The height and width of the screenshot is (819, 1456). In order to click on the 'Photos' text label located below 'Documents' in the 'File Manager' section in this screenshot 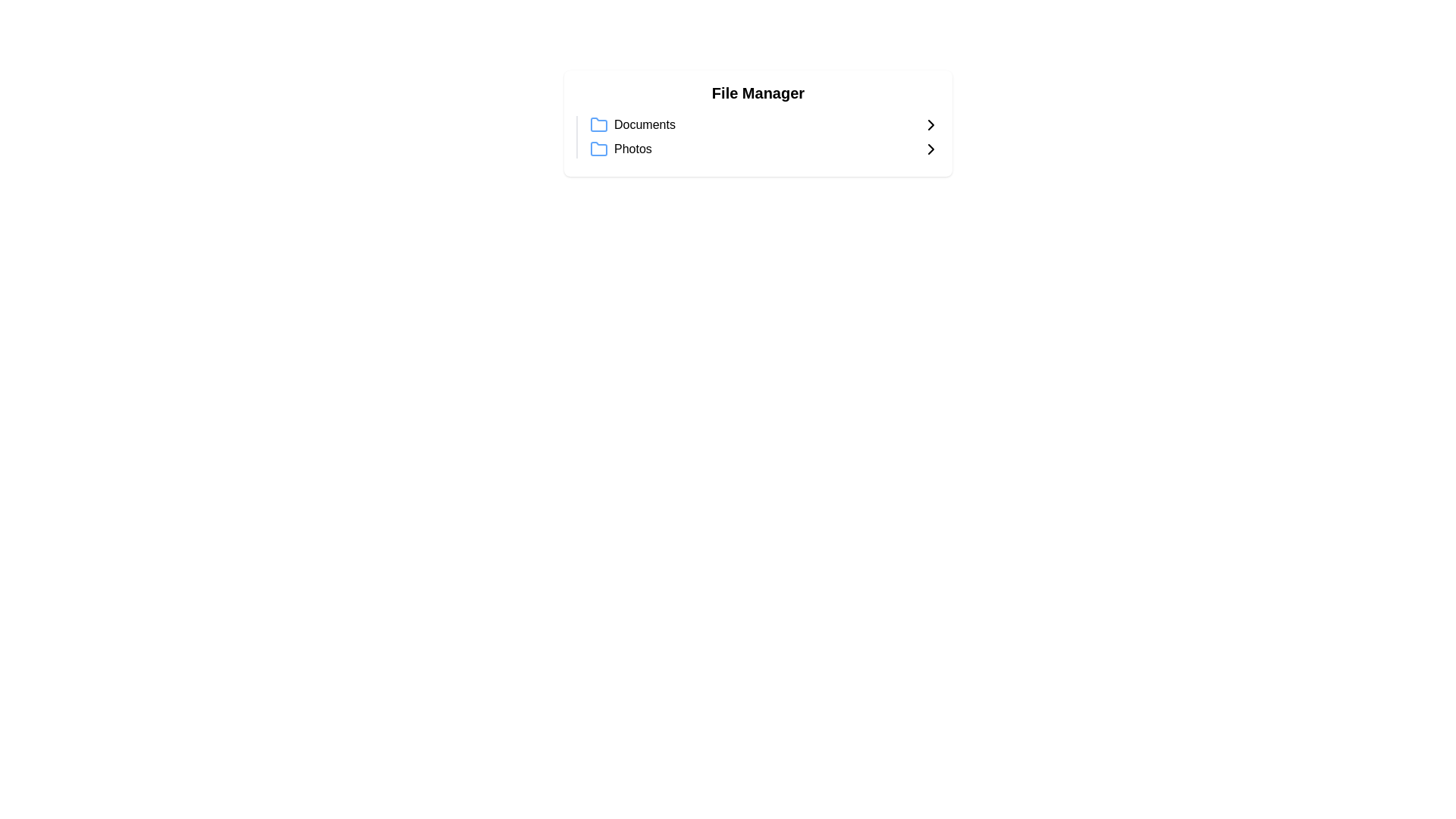, I will do `click(632, 149)`.